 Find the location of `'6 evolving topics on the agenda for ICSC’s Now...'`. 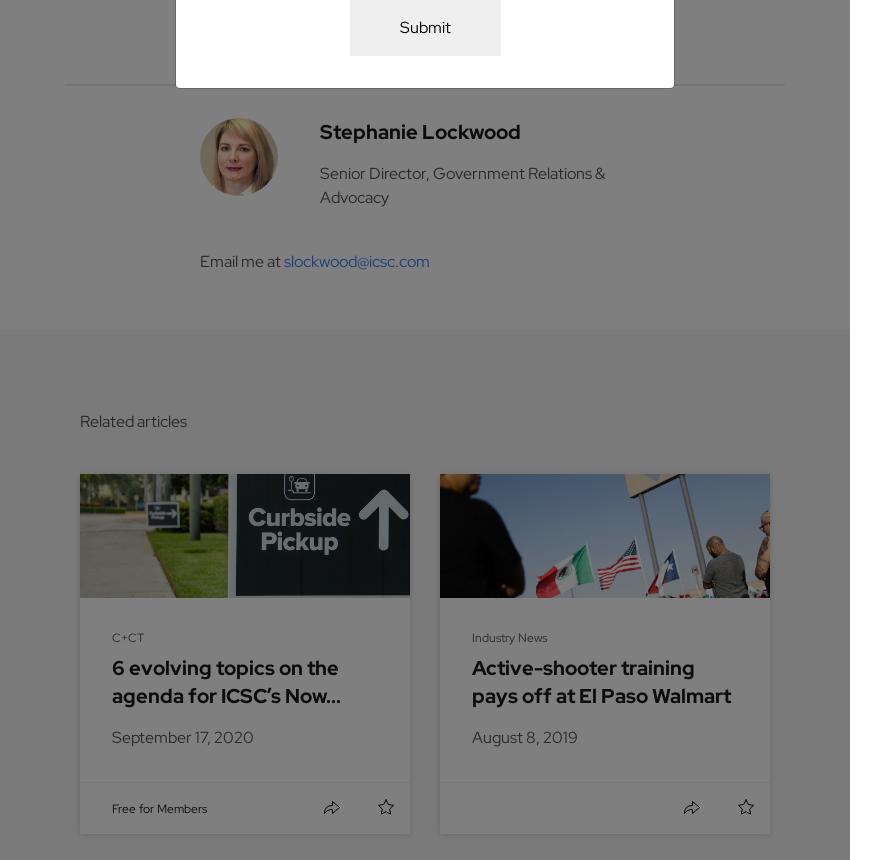

'6 evolving topics on the agenda for ICSC’s Now...' is located at coordinates (112, 681).